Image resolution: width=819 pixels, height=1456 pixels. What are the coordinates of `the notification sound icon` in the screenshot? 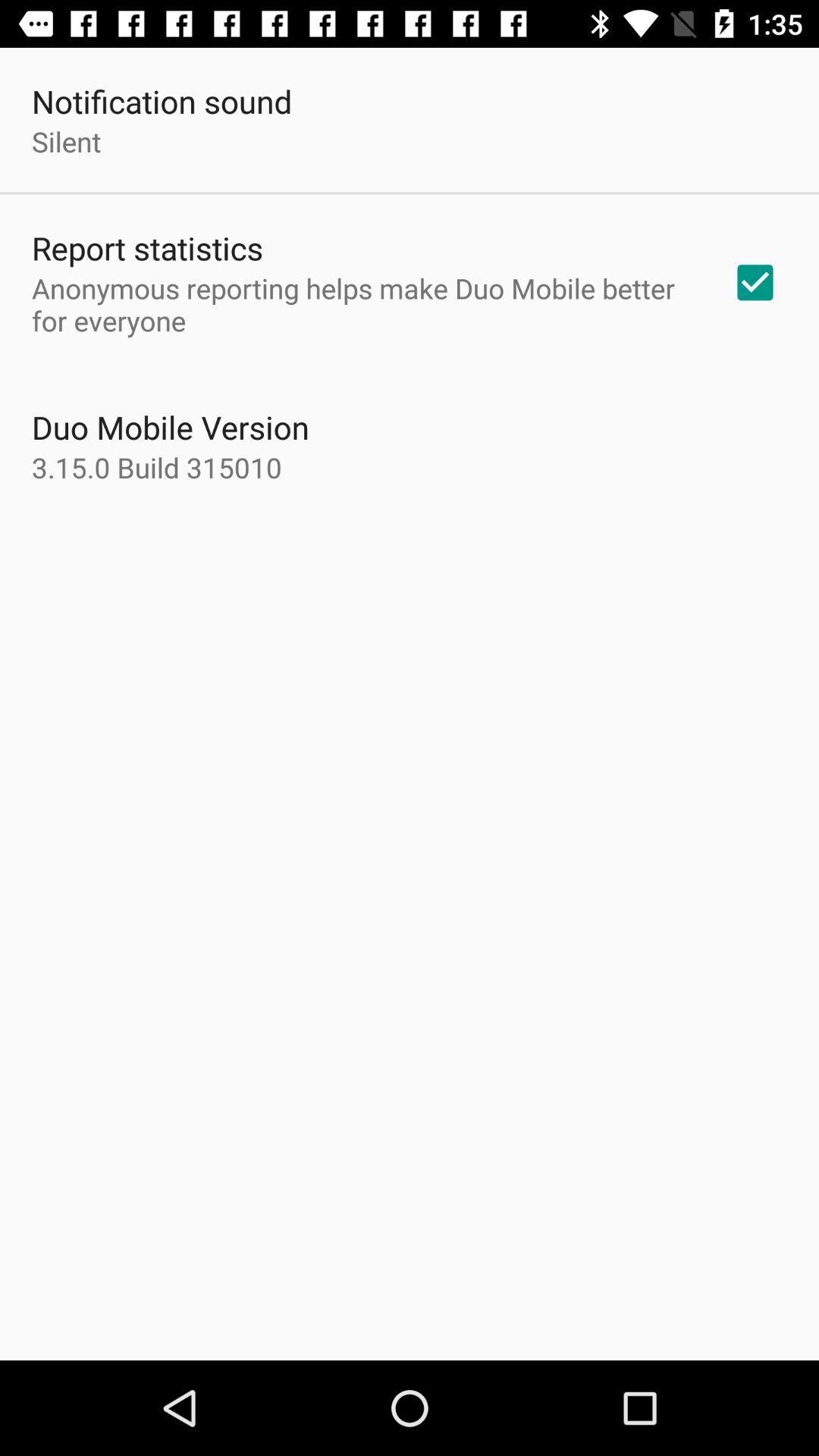 It's located at (162, 100).